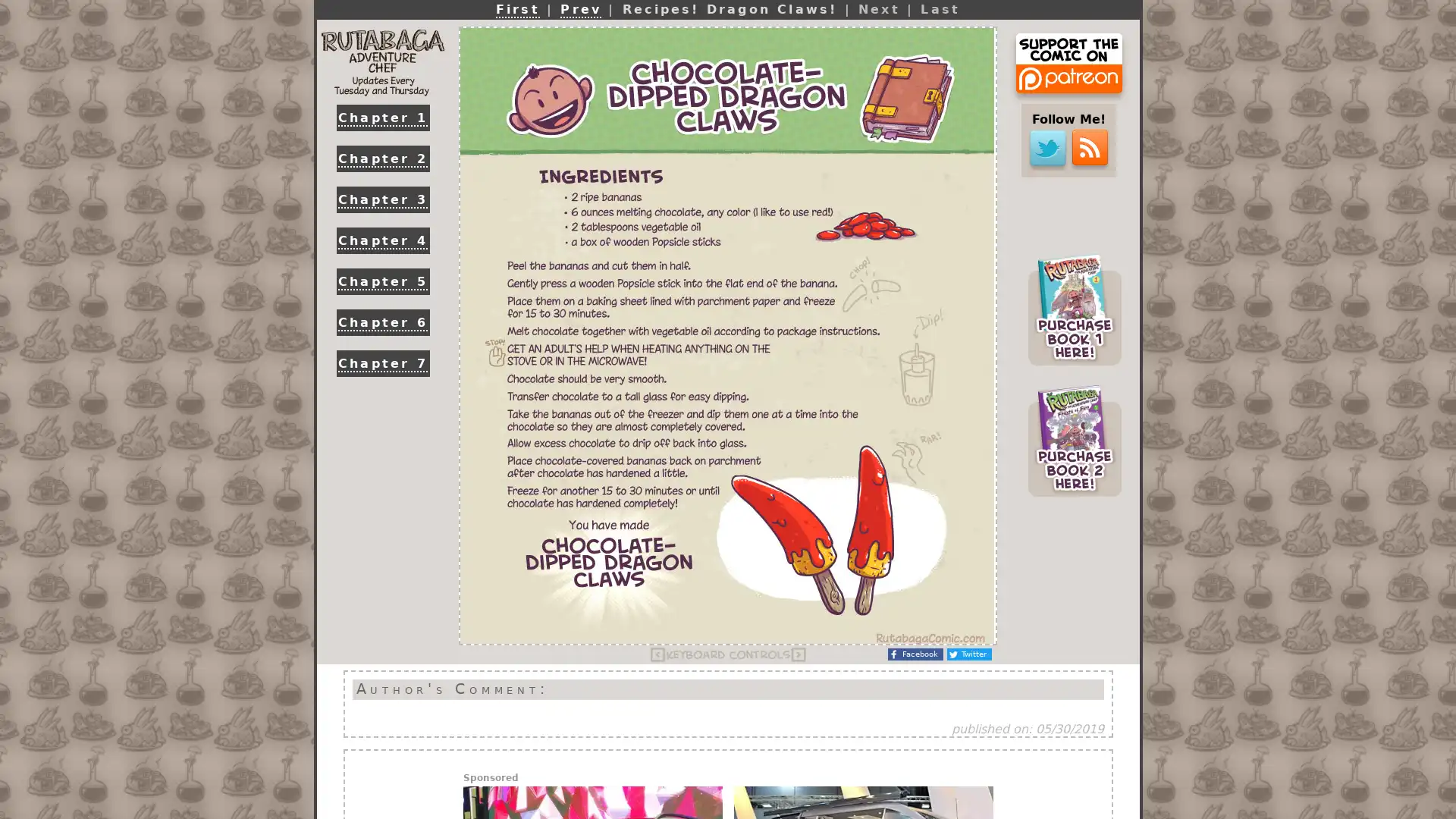 The height and width of the screenshot is (819, 1456). Describe the element at coordinates (968, 654) in the screenshot. I see `Share to TwitterTwitter` at that location.